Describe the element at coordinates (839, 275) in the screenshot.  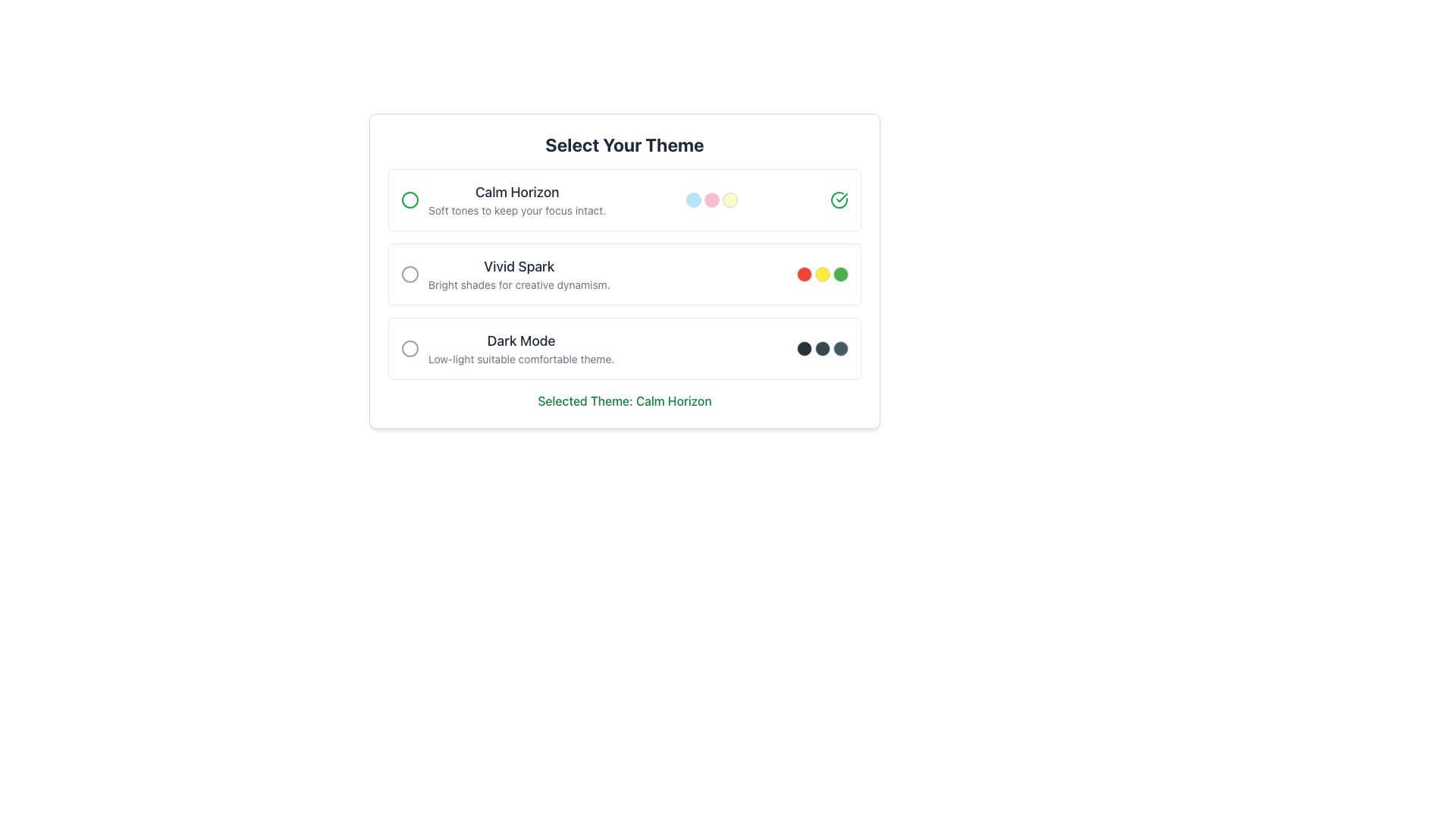
I see `the third circle in the color selection indicator group` at that location.